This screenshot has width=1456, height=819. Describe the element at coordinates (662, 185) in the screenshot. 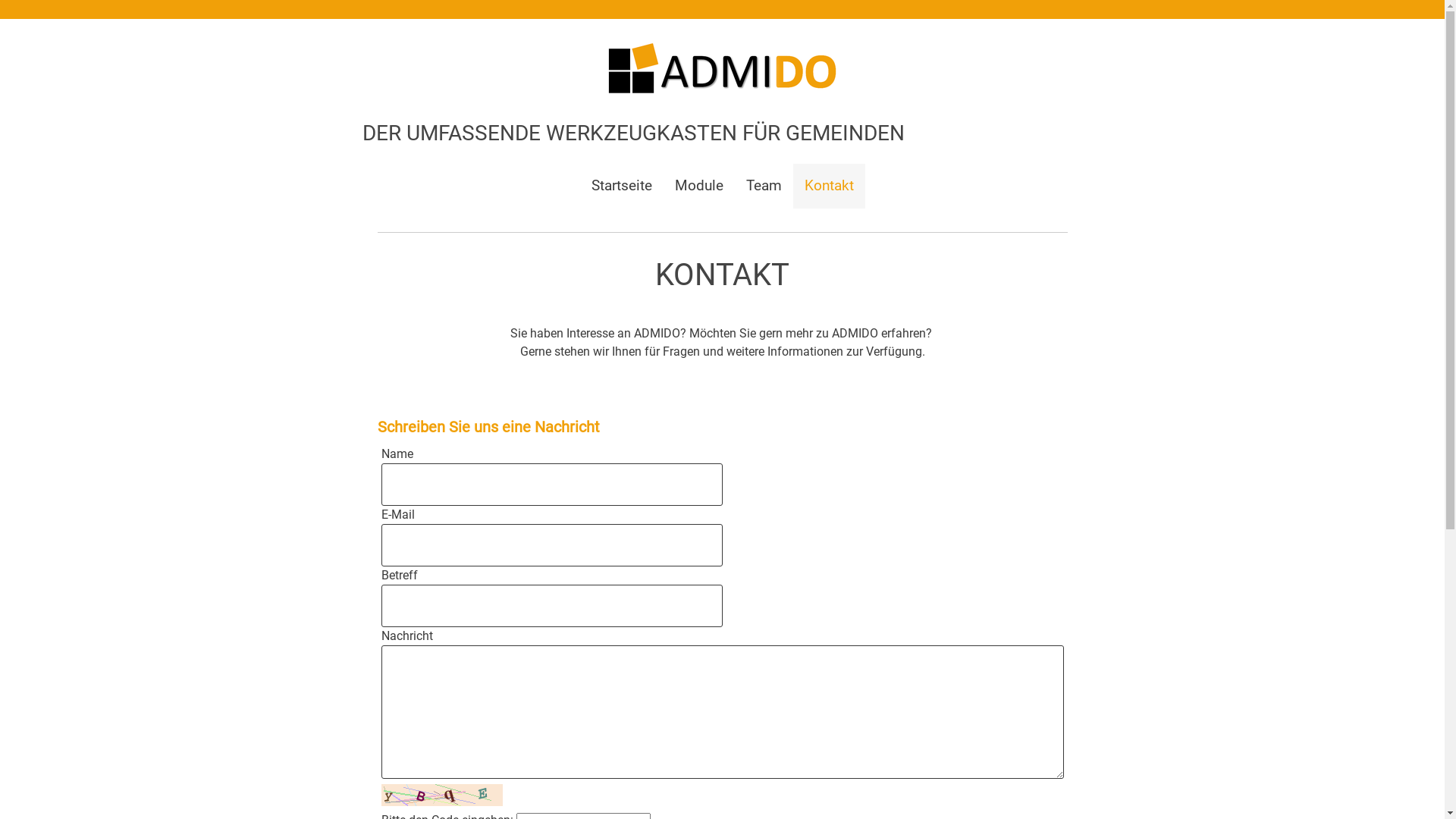

I see `'Module'` at that location.